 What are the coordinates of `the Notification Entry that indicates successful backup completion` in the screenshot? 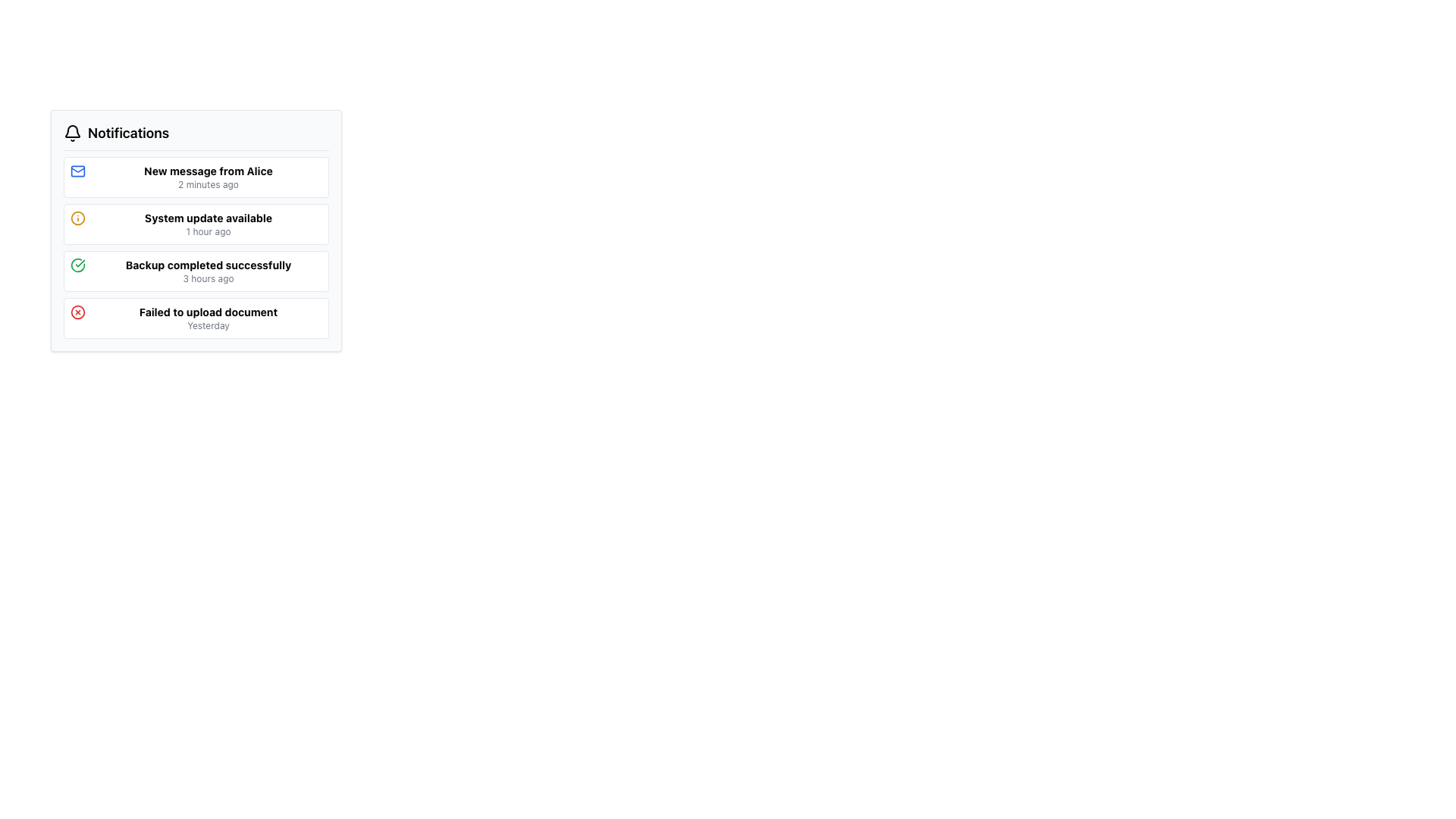 It's located at (196, 271).